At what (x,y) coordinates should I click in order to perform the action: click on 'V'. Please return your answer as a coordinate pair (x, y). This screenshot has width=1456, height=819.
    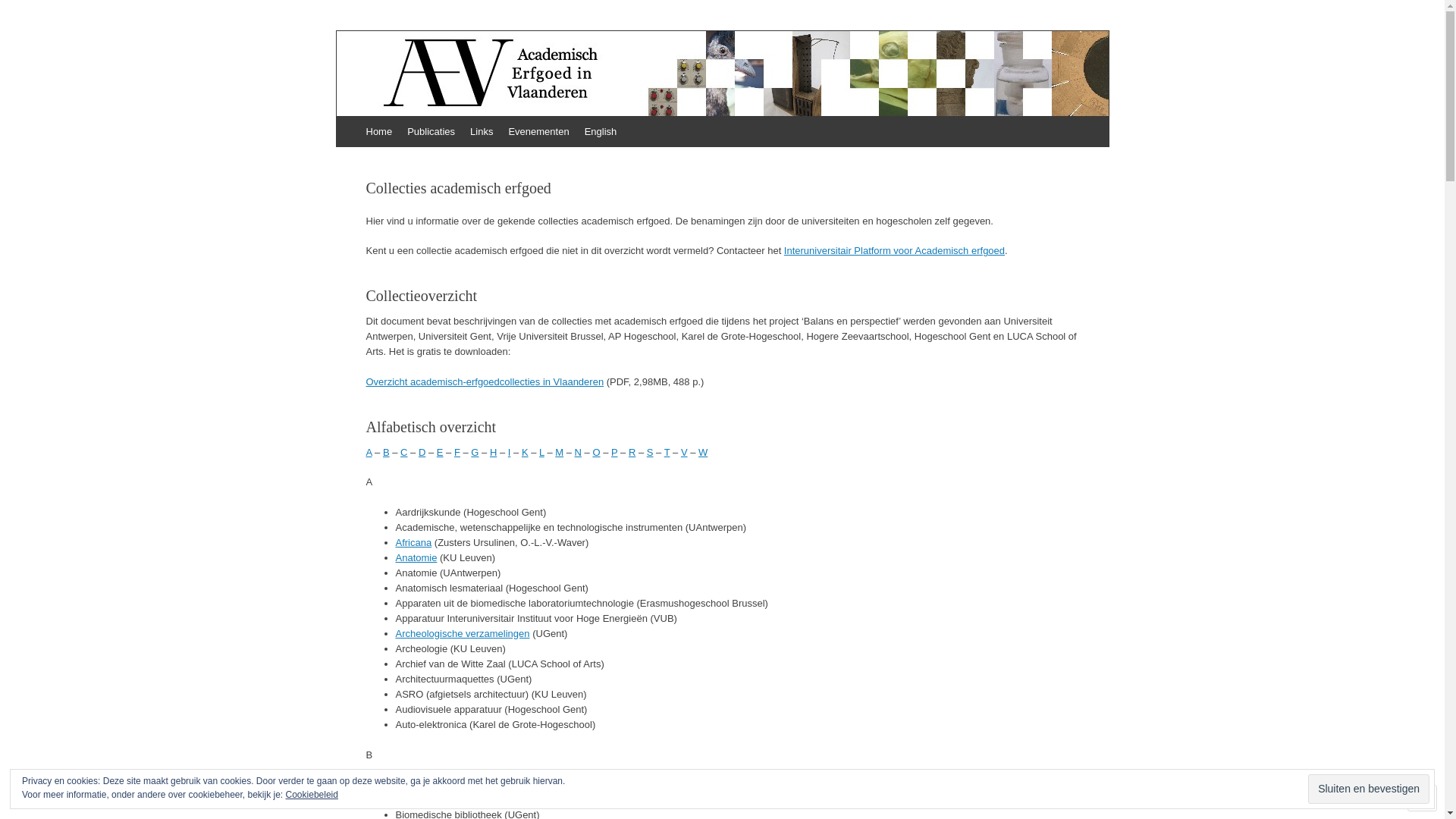
    Looking at the image, I should click on (683, 450).